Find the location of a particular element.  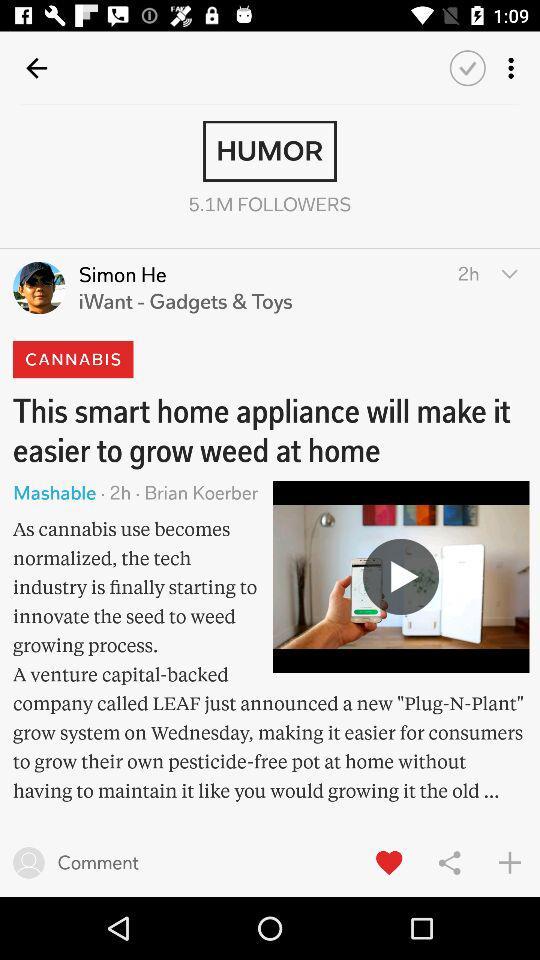

the avatar icon is located at coordinates (39, 287).